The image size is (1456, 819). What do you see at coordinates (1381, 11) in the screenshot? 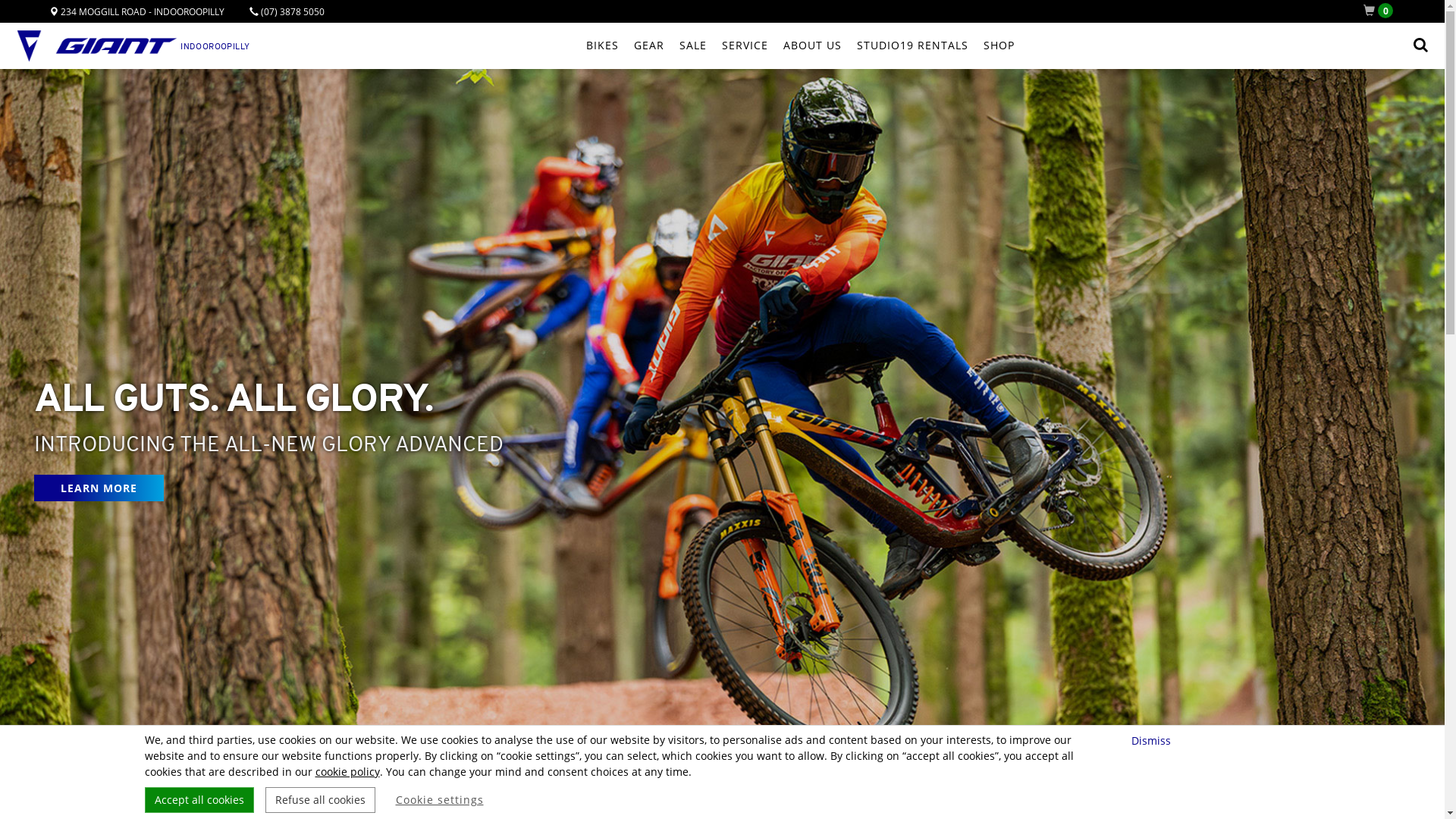
I see `'0 item(s) in cart` at bounding box center [1381, 11].